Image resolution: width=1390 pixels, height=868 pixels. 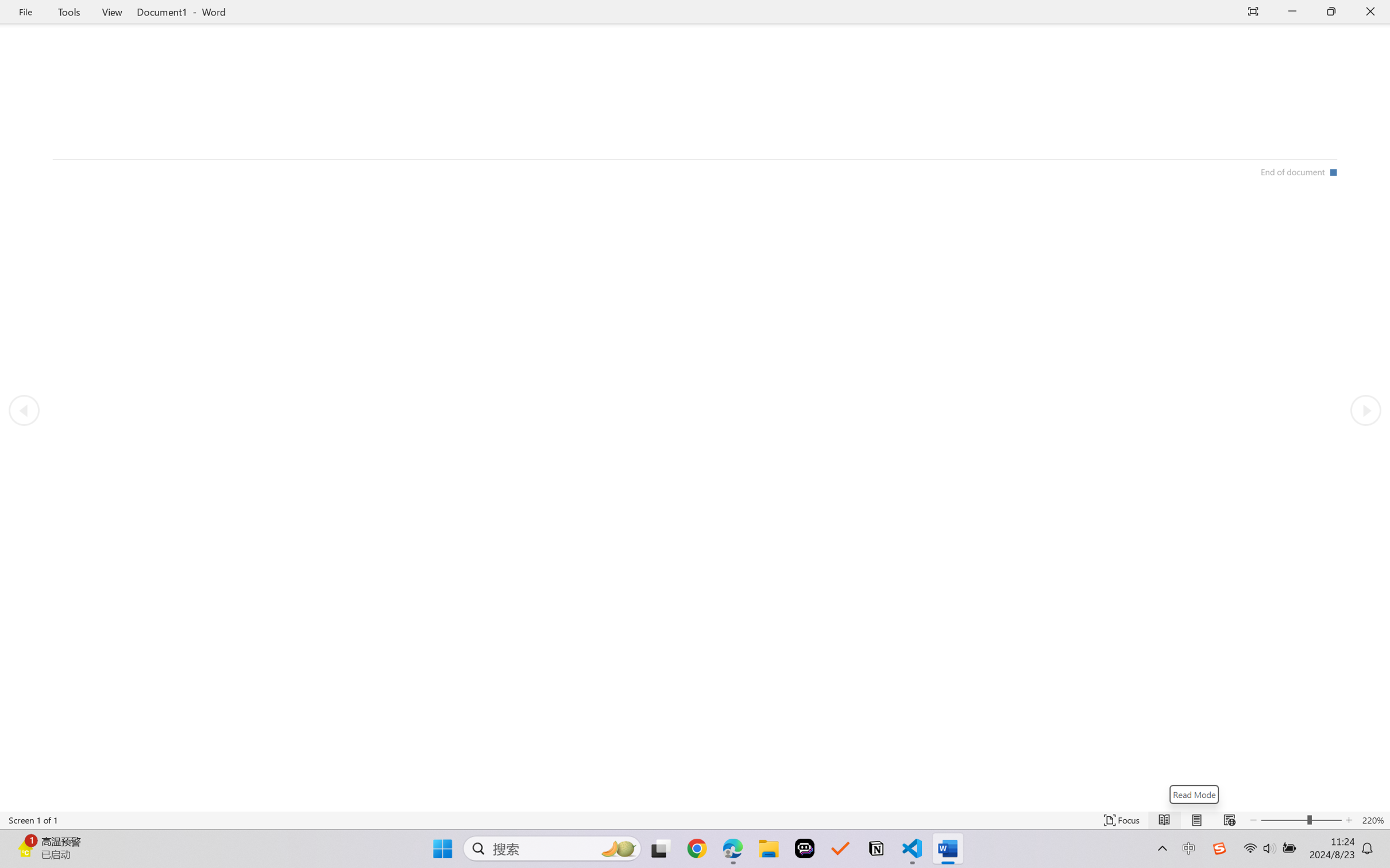 What do you see at coordinates (69, 11) in the screenshot?
I see `'Tools'` at bounding box center [69, 11].